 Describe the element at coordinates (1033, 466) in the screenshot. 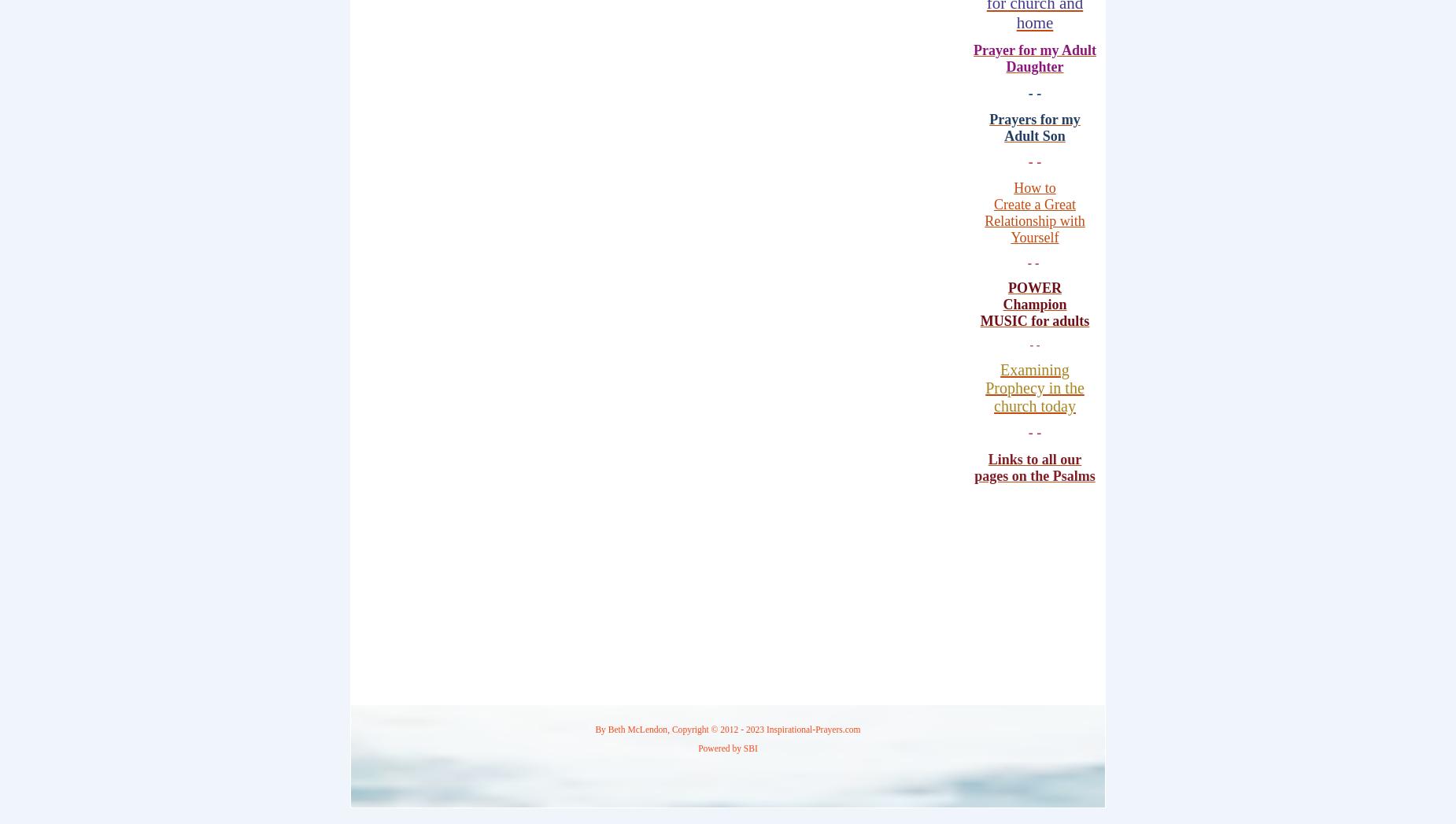

I see `'Links to all our pages on the Psalms'` at that location.